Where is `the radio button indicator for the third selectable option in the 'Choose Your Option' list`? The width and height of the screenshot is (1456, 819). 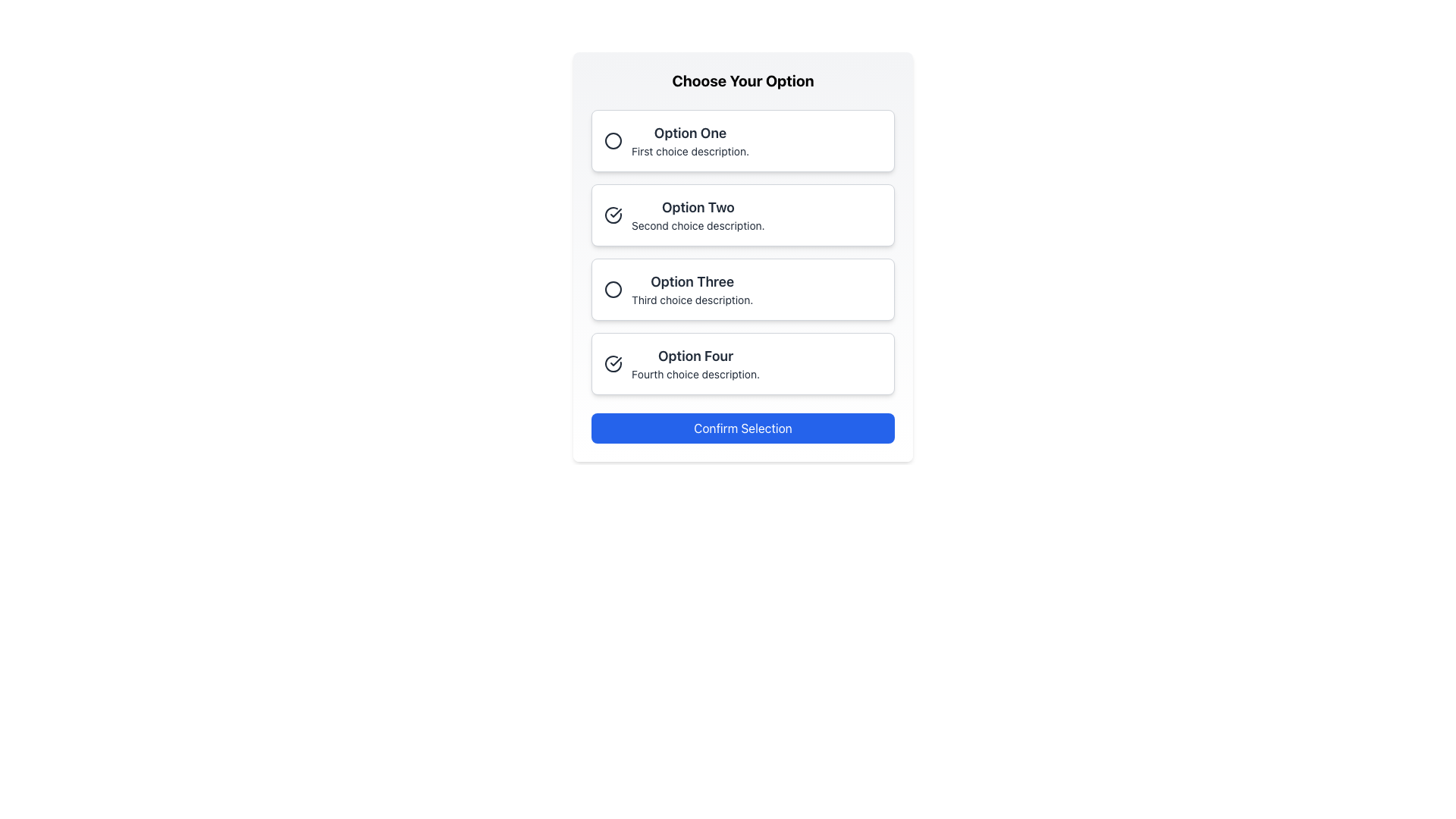
the radio button indicator for the third selectable option in the 'Choose Your Option' list is located at coordinates (613, 289).